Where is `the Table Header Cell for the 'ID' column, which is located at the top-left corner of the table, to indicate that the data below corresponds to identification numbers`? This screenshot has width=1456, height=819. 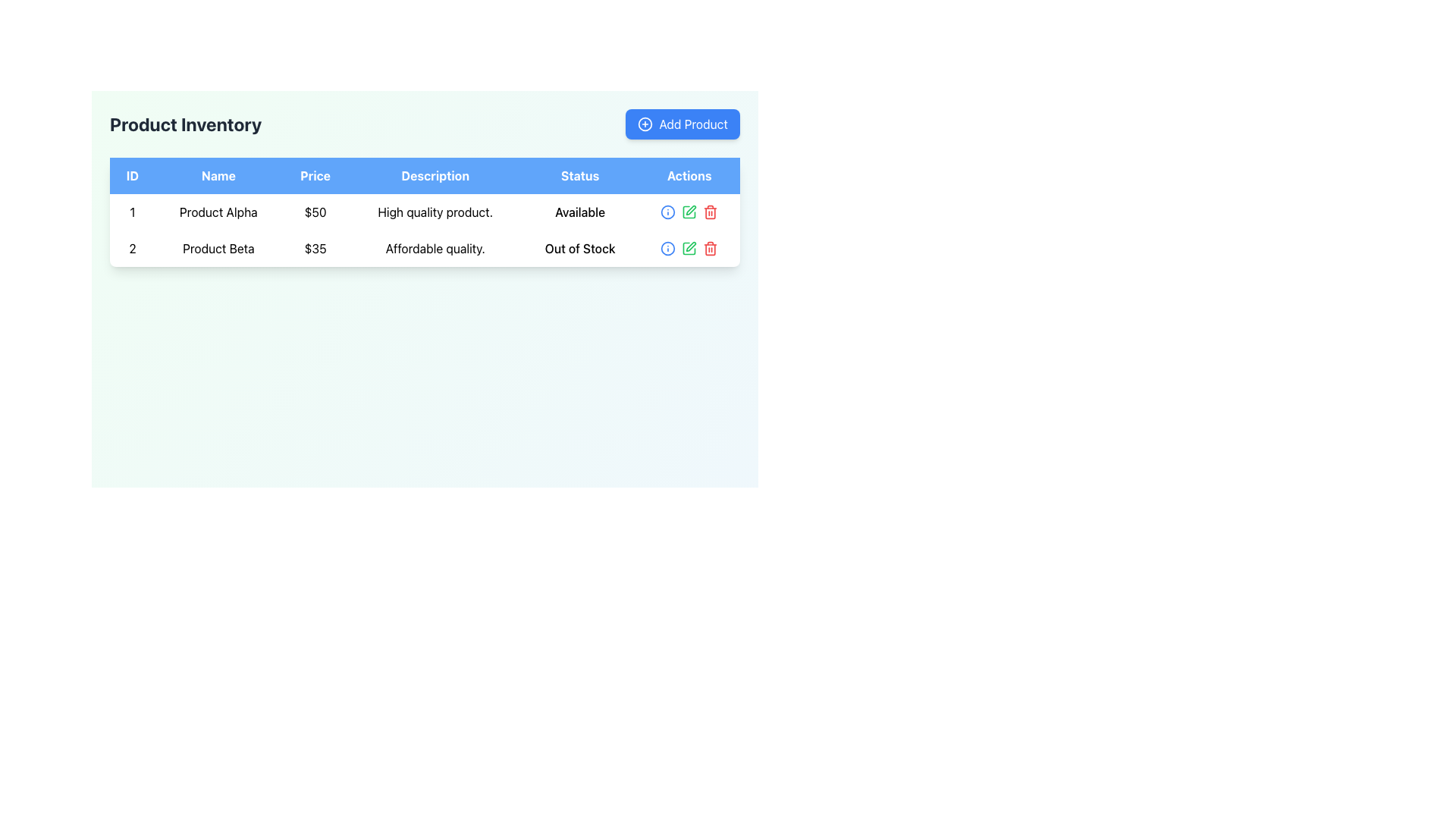 the Table Header Cell for the 'ID' column, which is located at the top-left corner of the table, to indicate that the data below corresponds to identification numbers is located at coordinates (132, 174).